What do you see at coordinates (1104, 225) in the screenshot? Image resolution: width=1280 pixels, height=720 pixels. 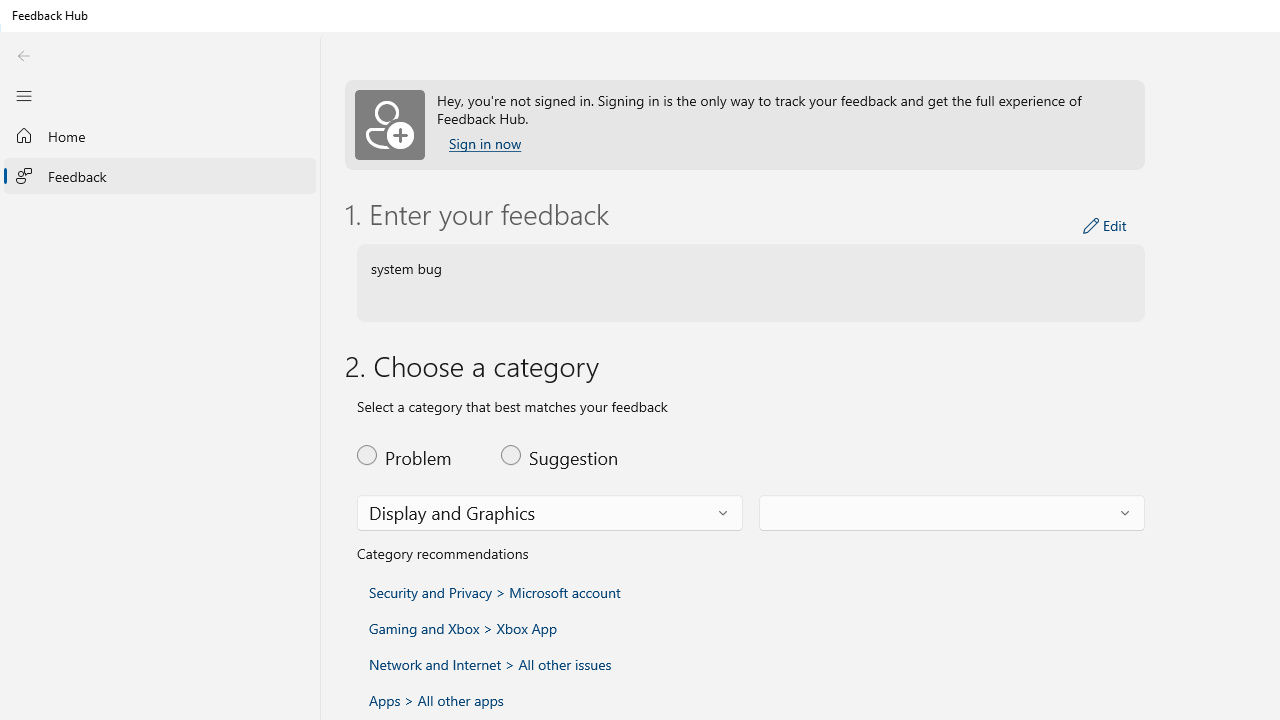 I see `'Edit your feedback details'` at bounding box center [1104, 225].